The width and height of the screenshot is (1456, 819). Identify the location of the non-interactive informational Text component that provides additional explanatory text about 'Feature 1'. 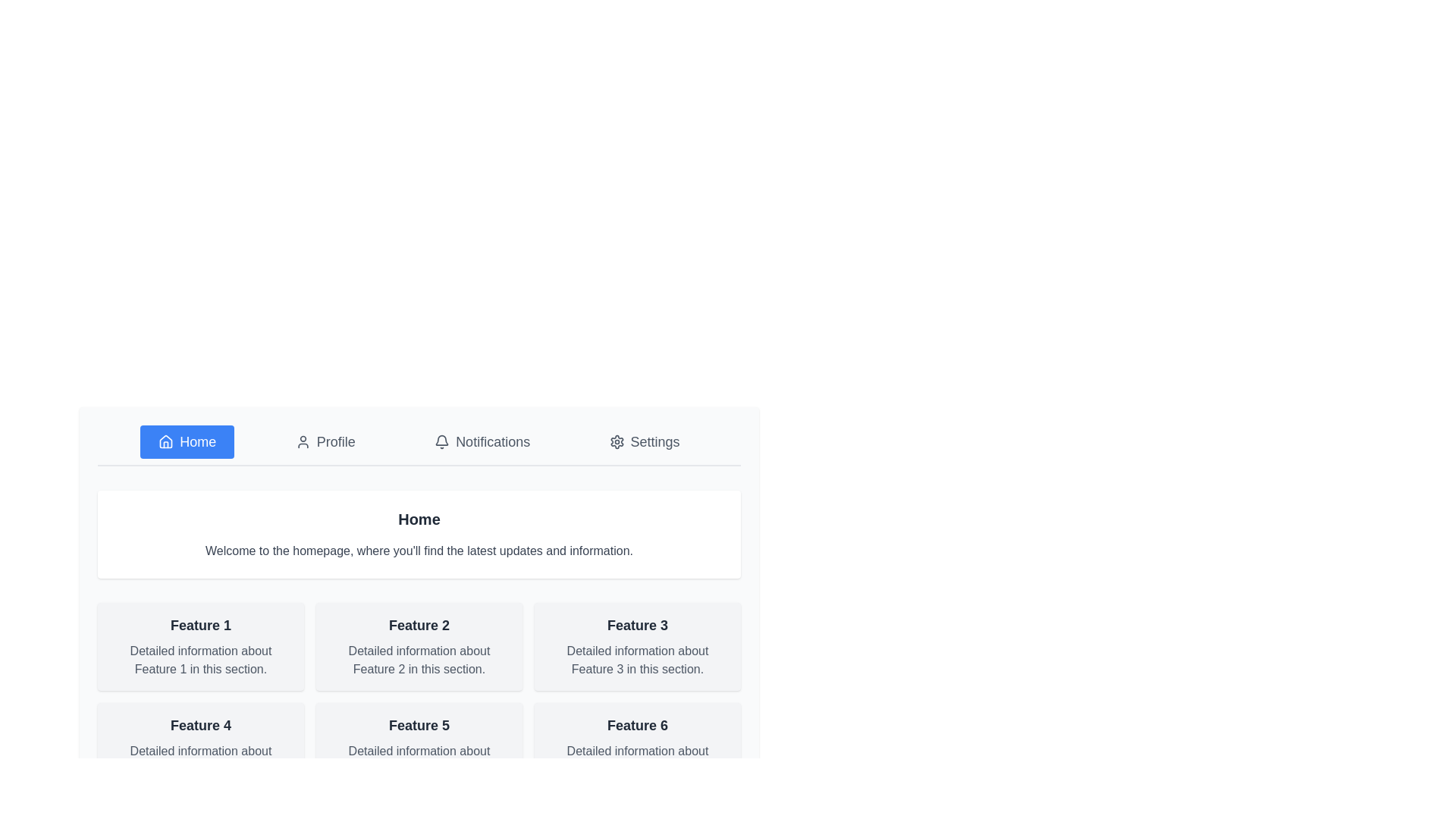
(199, 660).